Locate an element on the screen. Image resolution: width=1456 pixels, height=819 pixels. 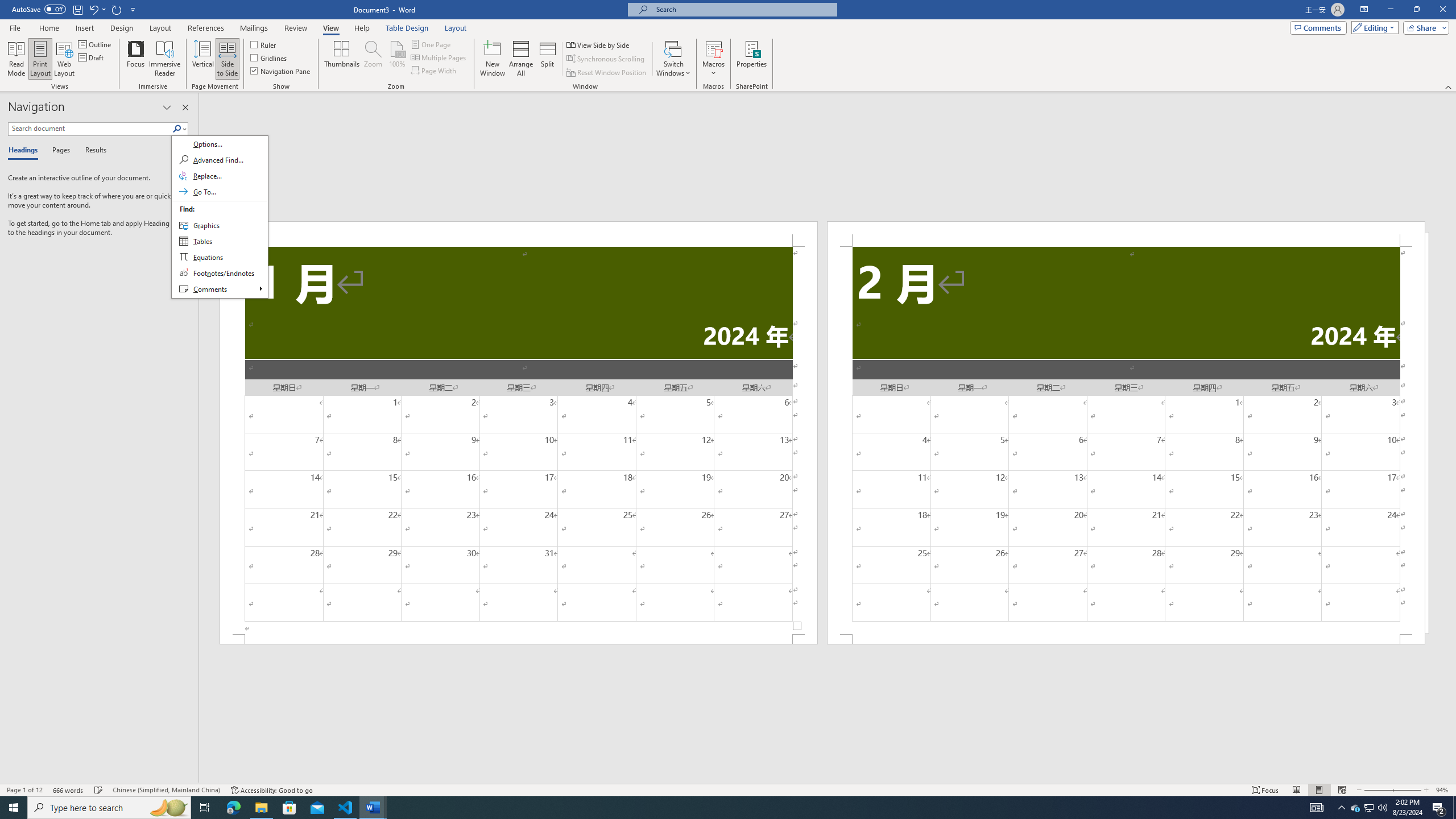
'One Page' is located at coordinates (431, 44).